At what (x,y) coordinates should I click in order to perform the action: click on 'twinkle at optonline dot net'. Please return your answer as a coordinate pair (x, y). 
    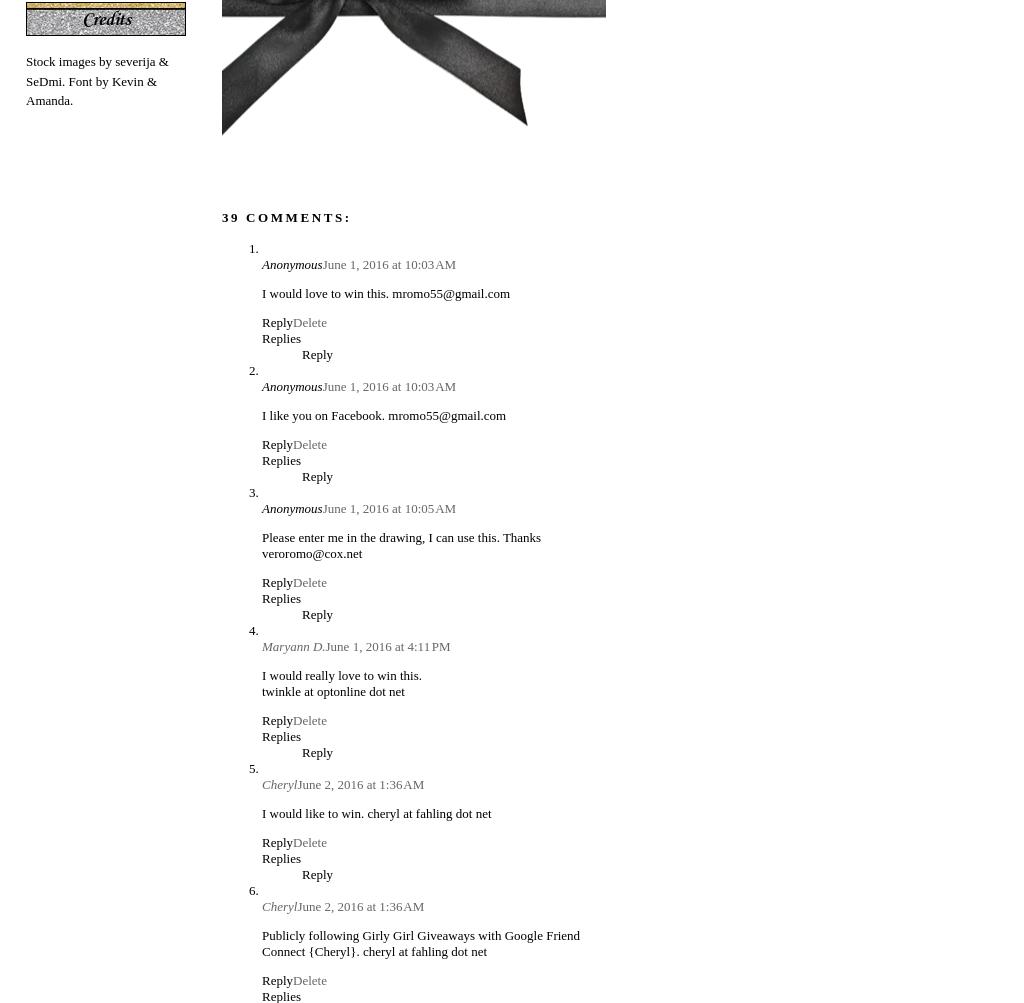
    Looking at the image, I should click on (332, 690).